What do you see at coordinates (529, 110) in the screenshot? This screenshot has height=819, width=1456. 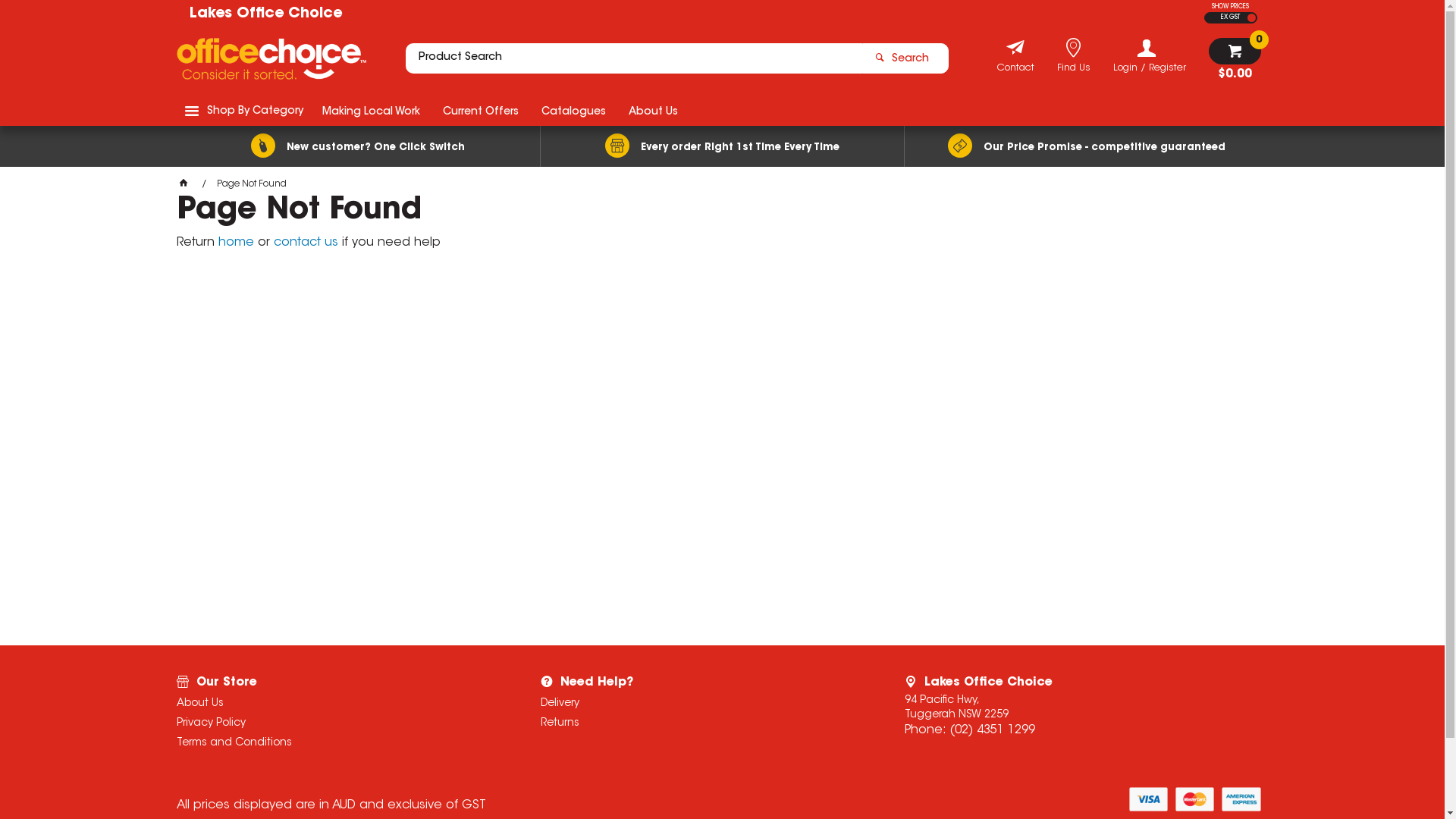 I see `'Catalogues'` at bounding box center [529, 110].